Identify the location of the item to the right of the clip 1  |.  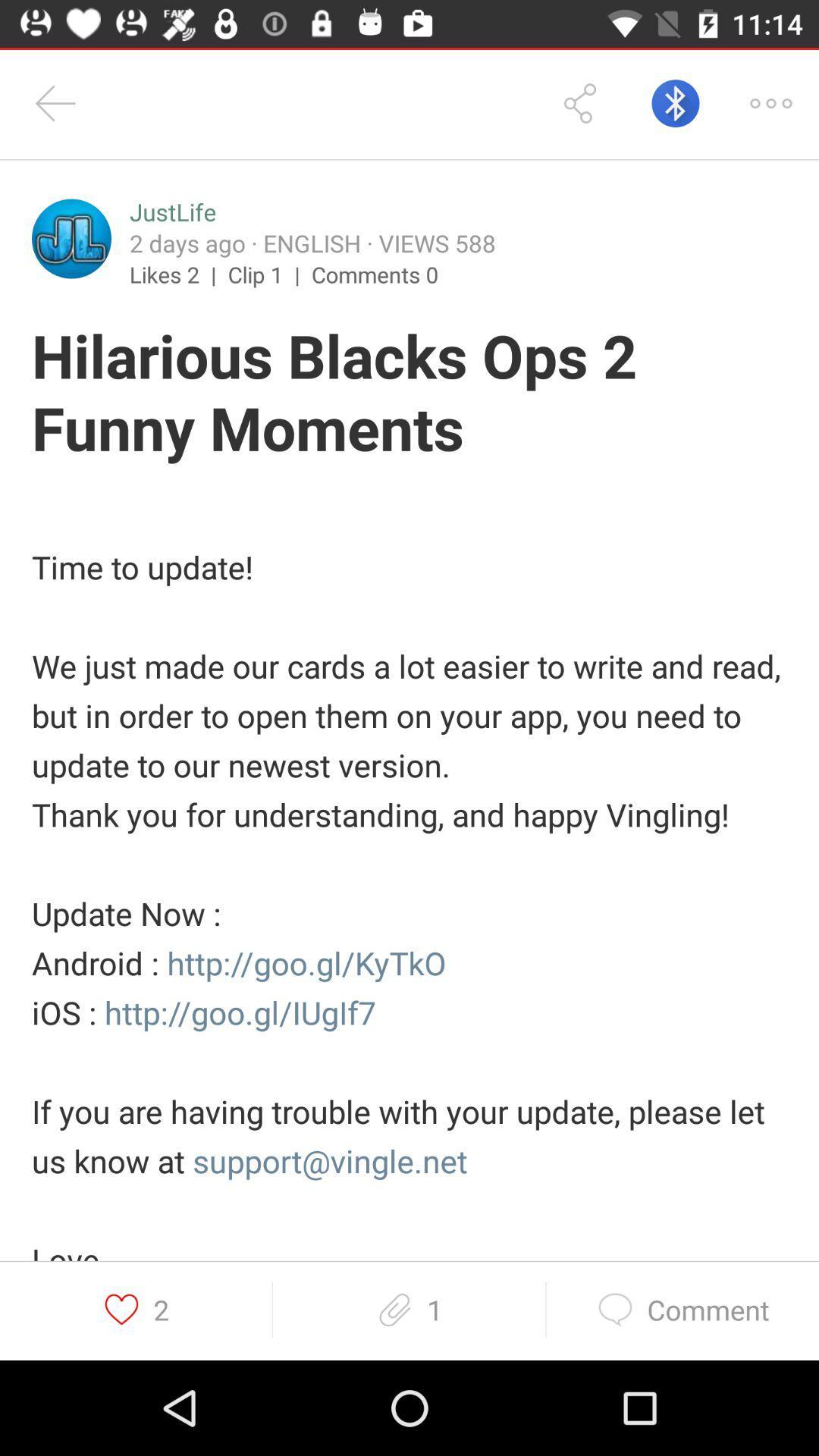
(375, 274).